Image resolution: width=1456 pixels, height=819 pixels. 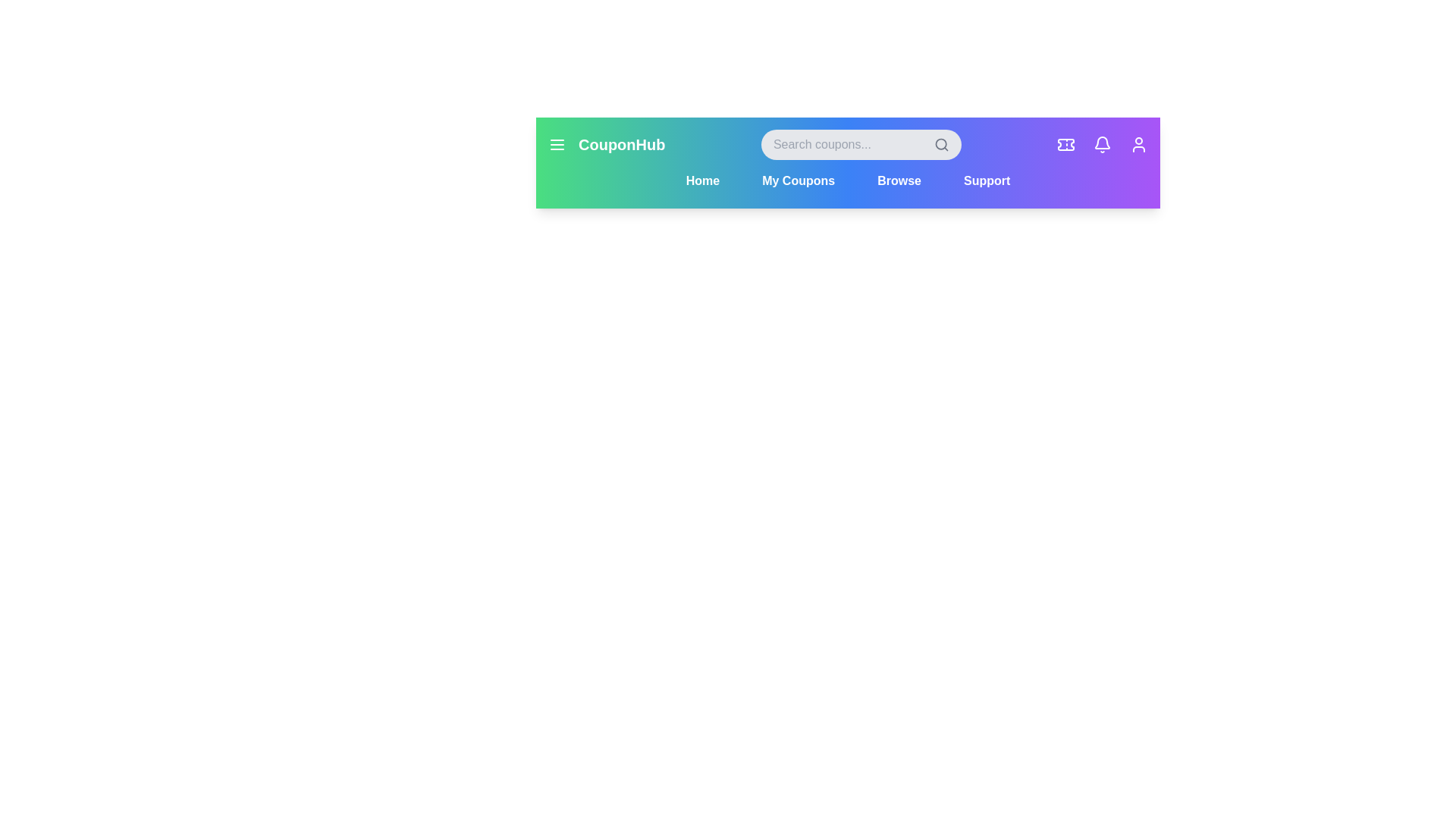 I want to click on the navigation button labeled My Coupons, so click(x=798, y=180).